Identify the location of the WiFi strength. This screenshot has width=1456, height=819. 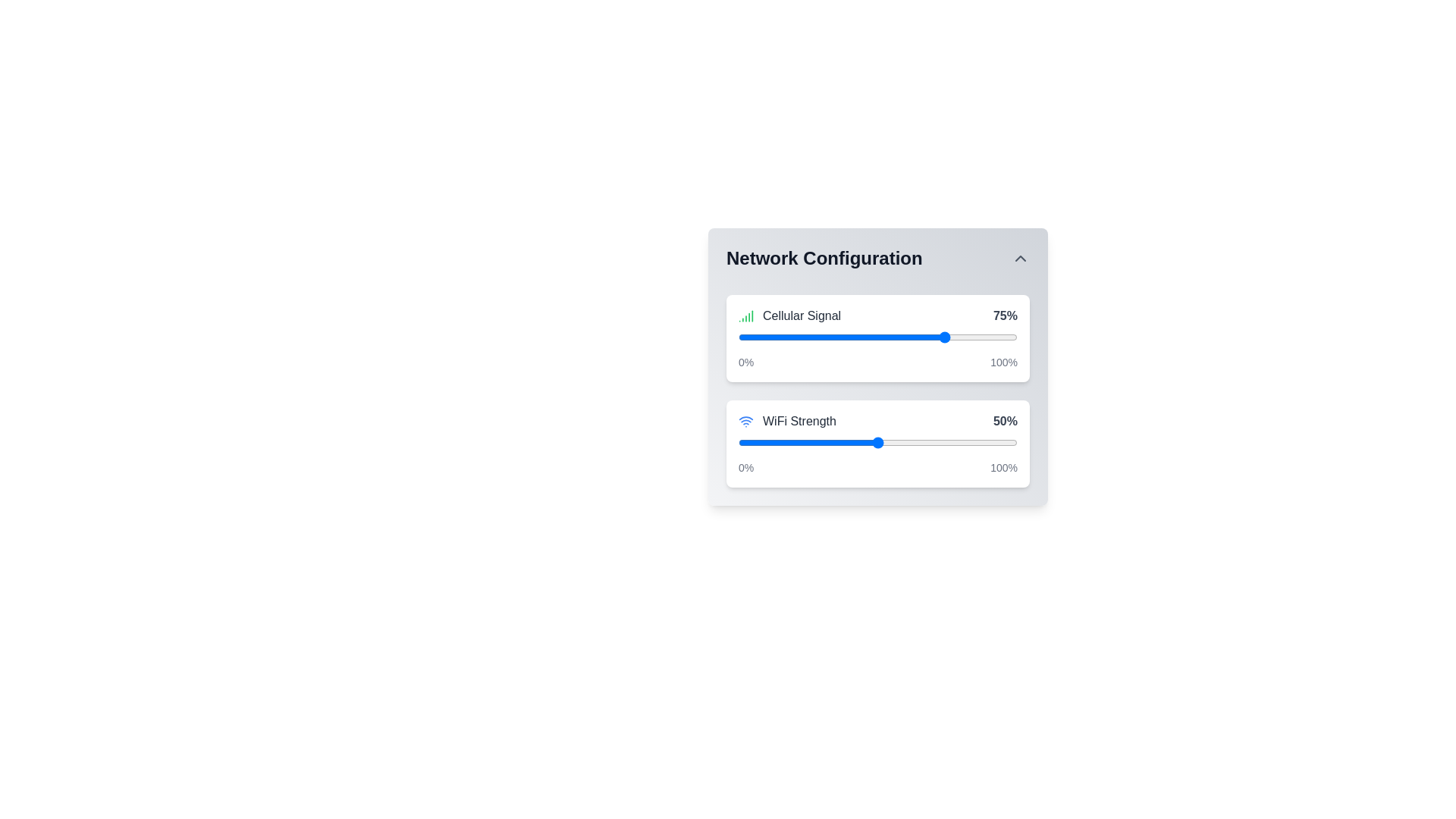
(905, 442).